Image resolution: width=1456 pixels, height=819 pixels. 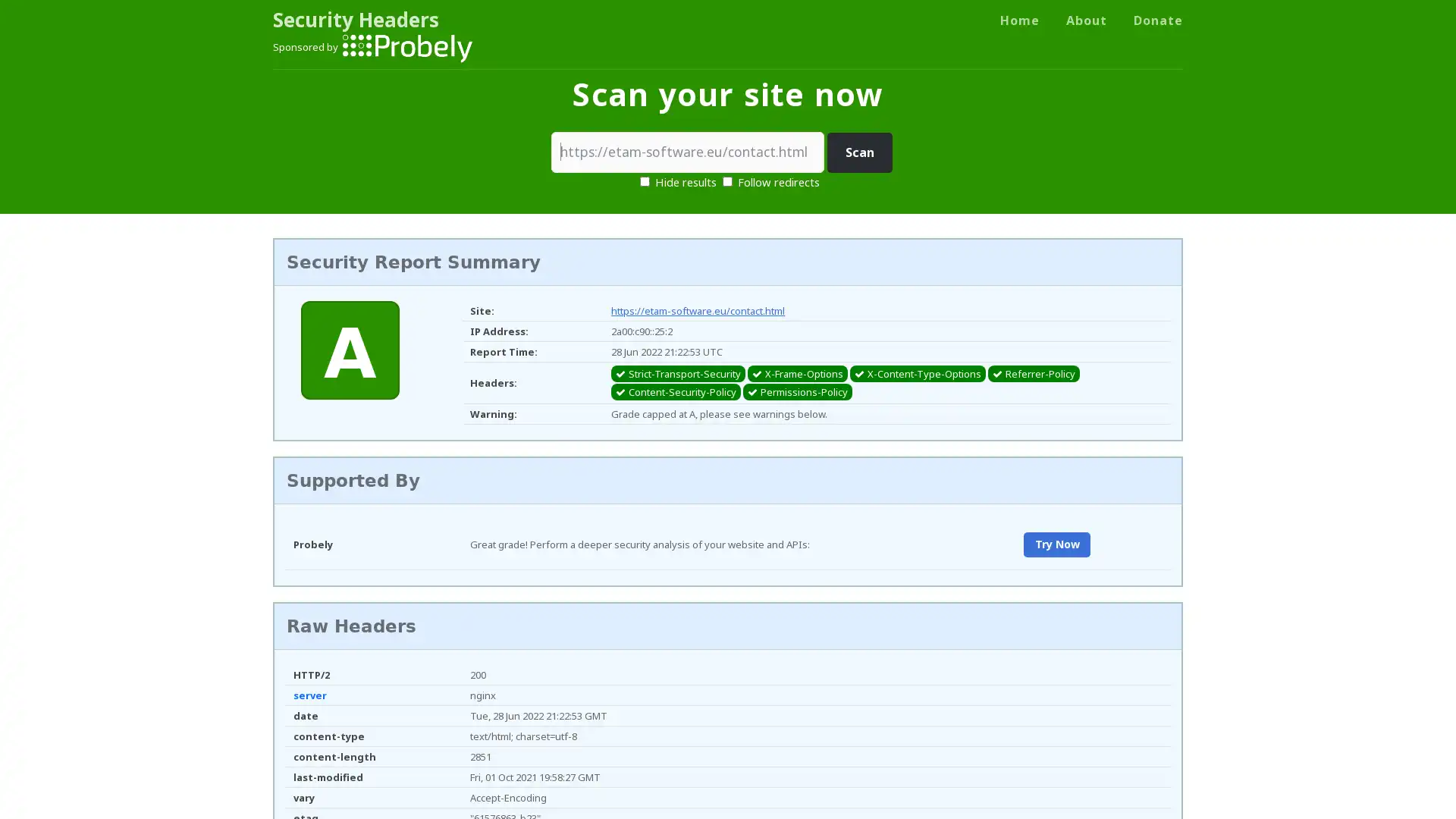 What do you see at coordinates (1056, 544) in the screenshot?
I see `Try Now` at bounding box center [1056, 544].